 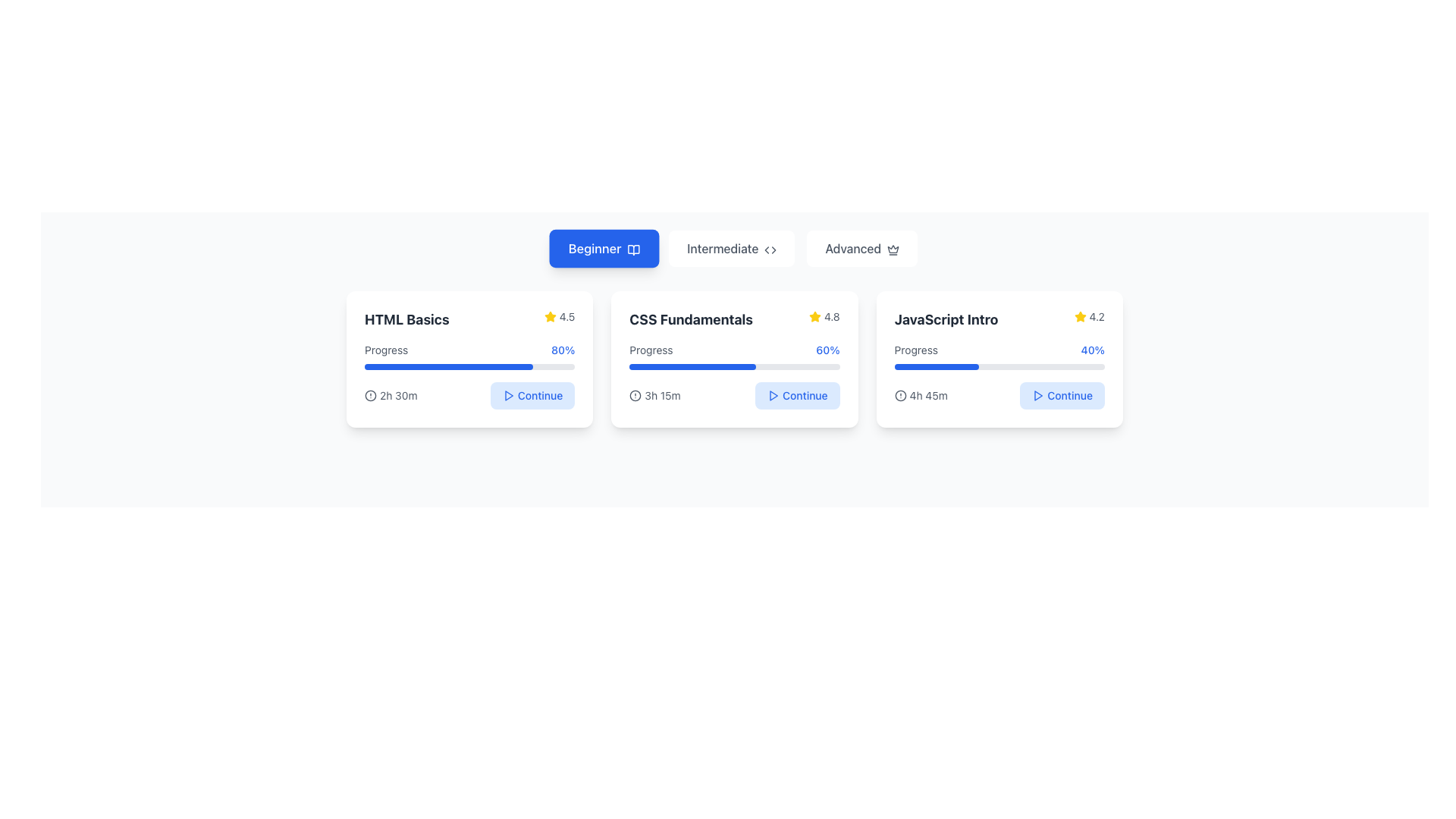 I want to click on text label indicating the module or topic name related to 'HTML Basics' located at the top-left corner of the card, so click(x=406, y=318).